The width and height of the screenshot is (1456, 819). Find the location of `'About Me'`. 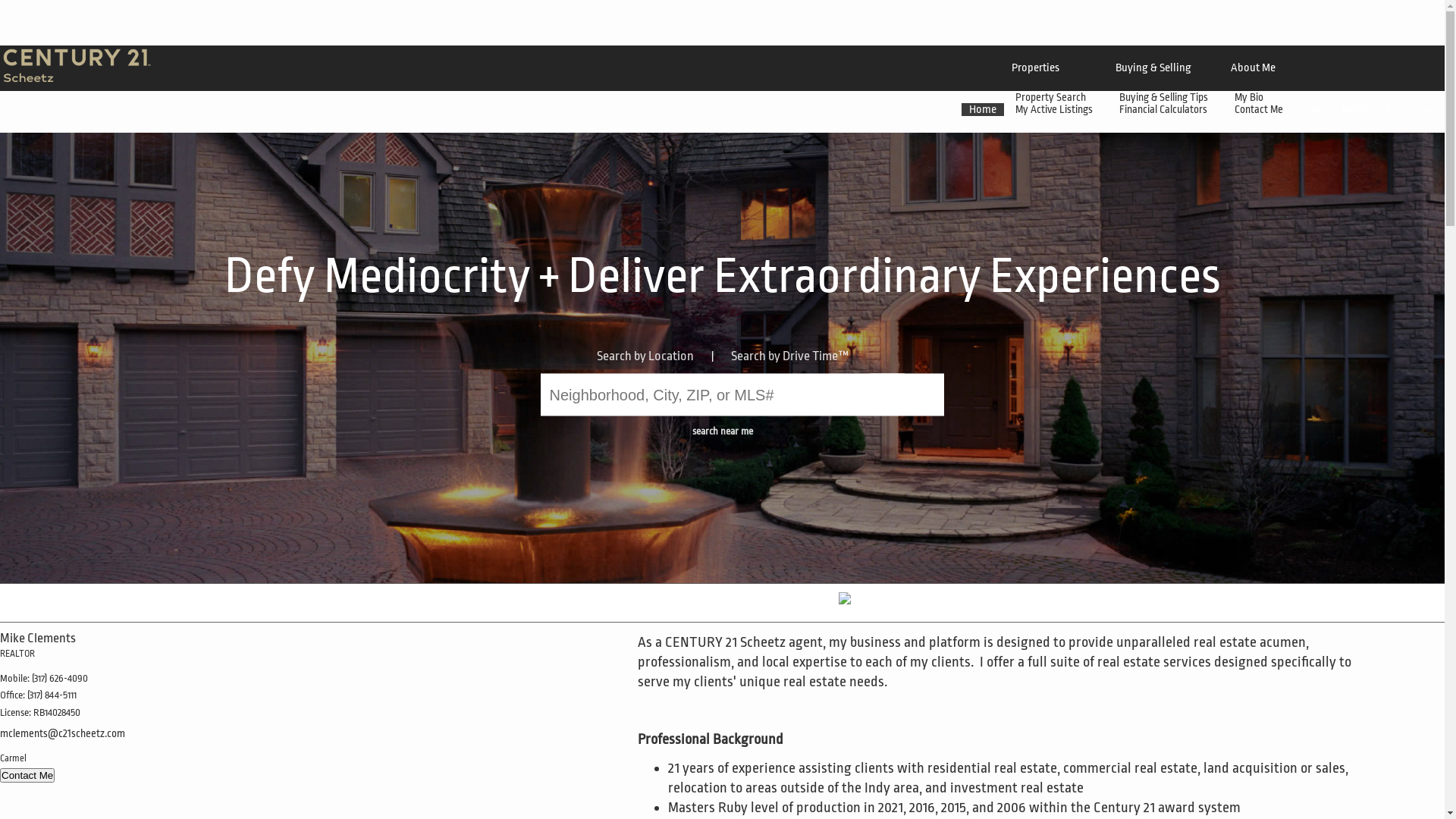

'About Me' is located at coordinates (1253, 67).